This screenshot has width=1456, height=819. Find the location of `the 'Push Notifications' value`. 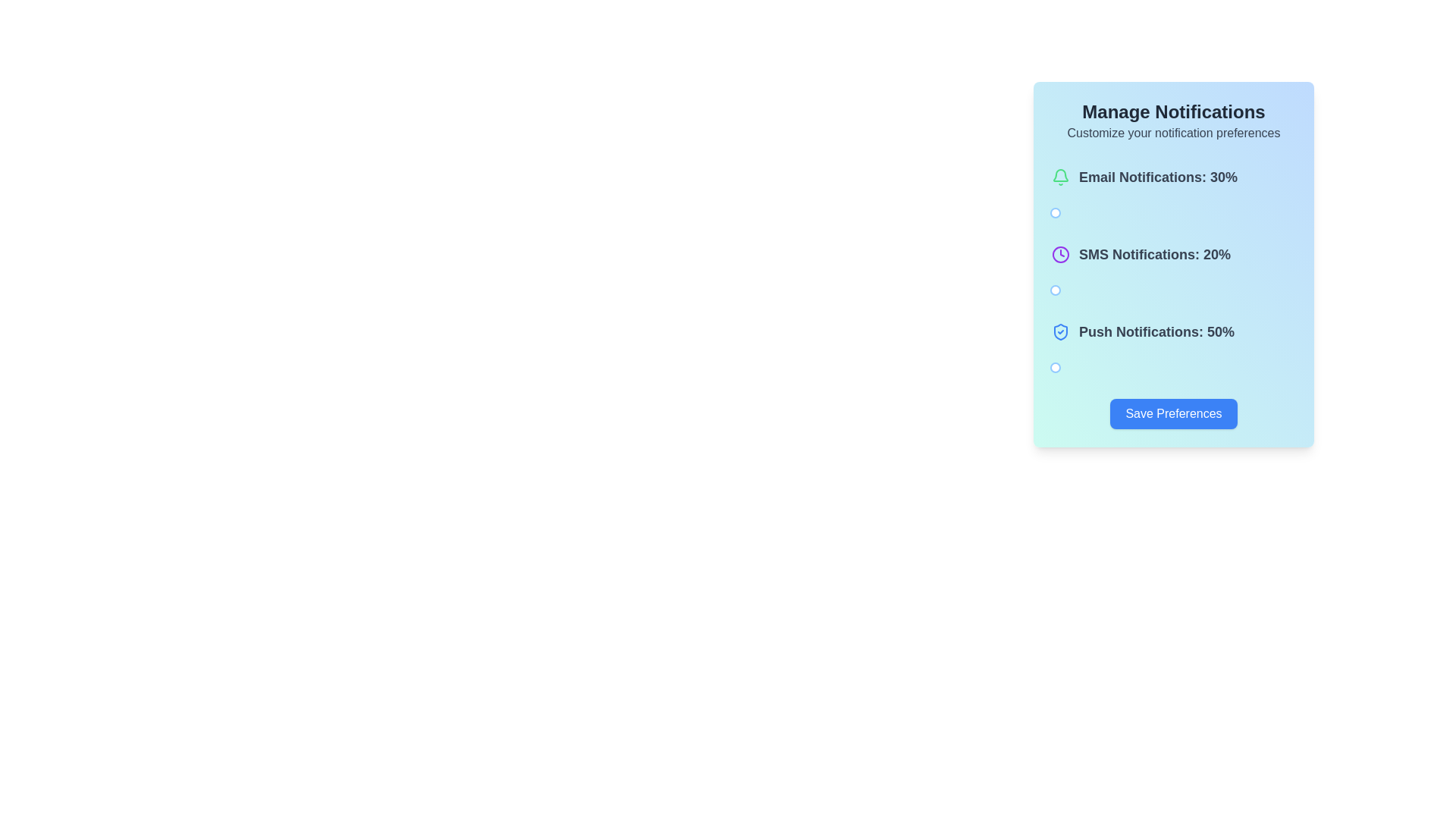

the 'Push Notifications' value is located at coordinates (1121, 368).